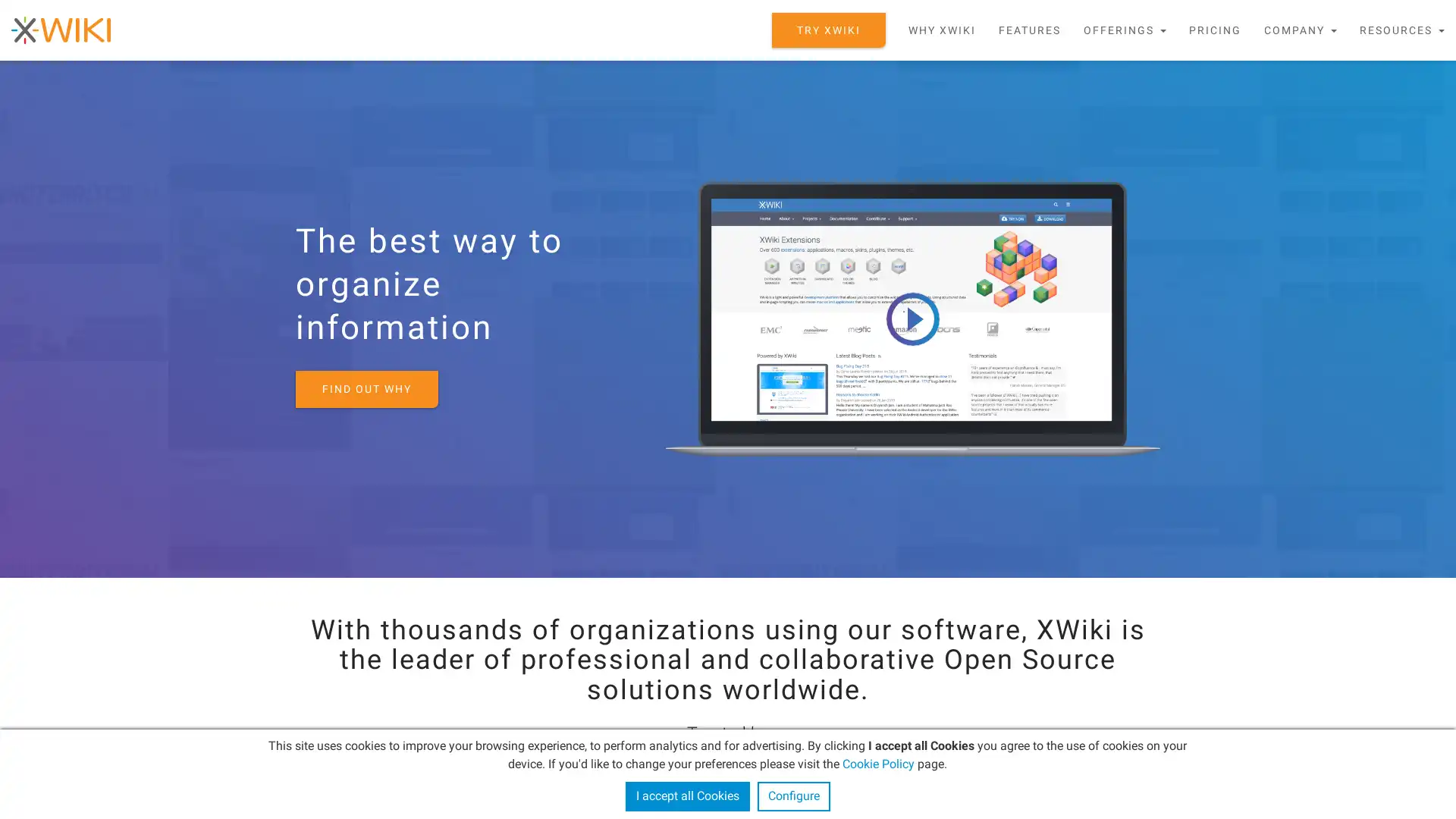  Describe the element at coordinates (912, 318) in the screenshot. I see `XWiki play button` at that location.